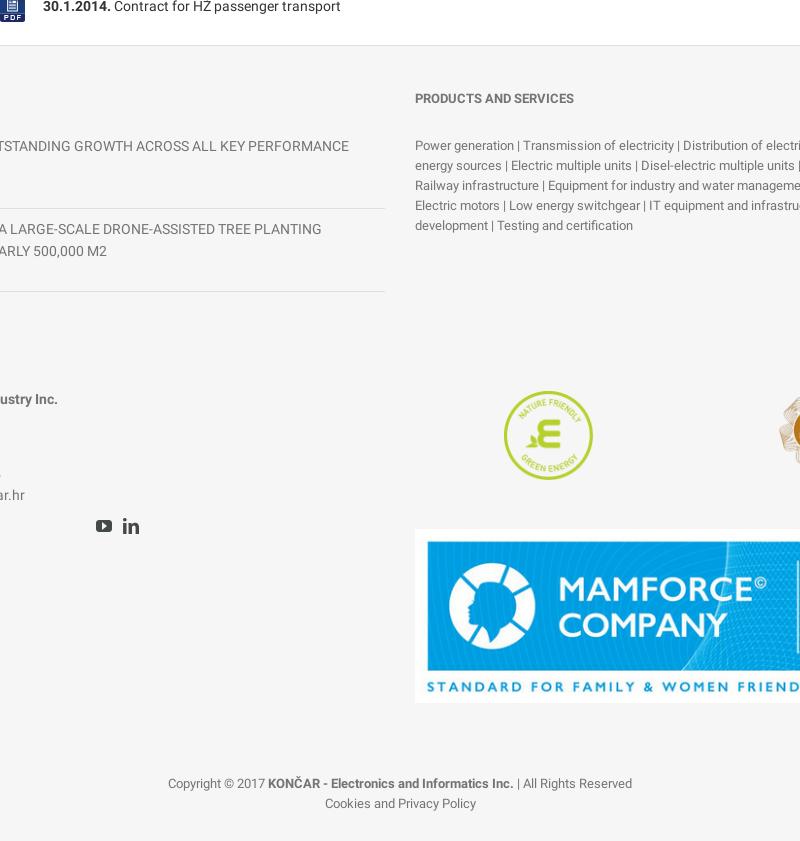 The height and width of the screenshot is (841, 800). I want to click on 'Power generation', so click(465, 144).